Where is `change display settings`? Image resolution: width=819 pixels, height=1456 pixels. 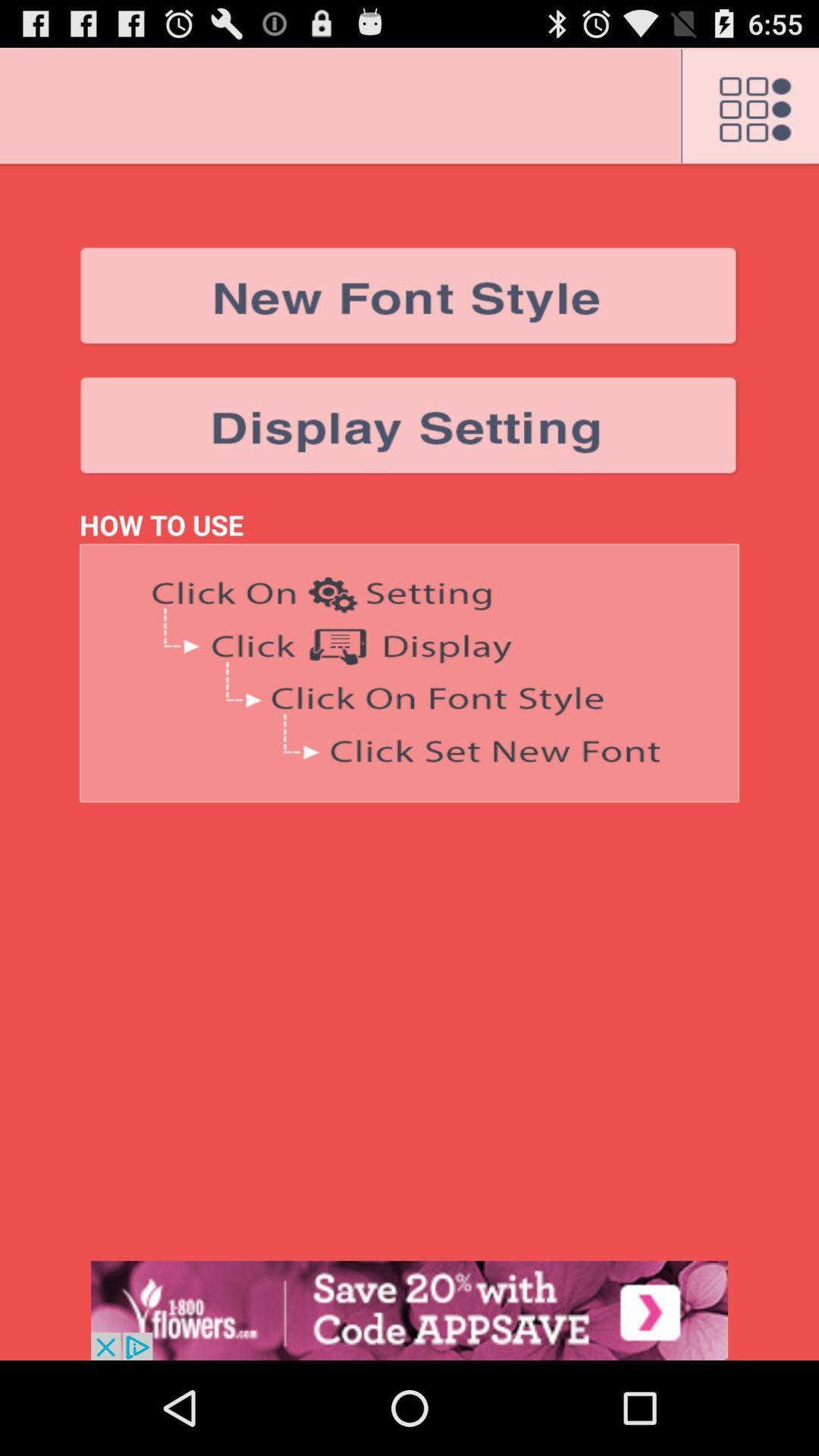 change display settings is located at coordinates (409, 425).